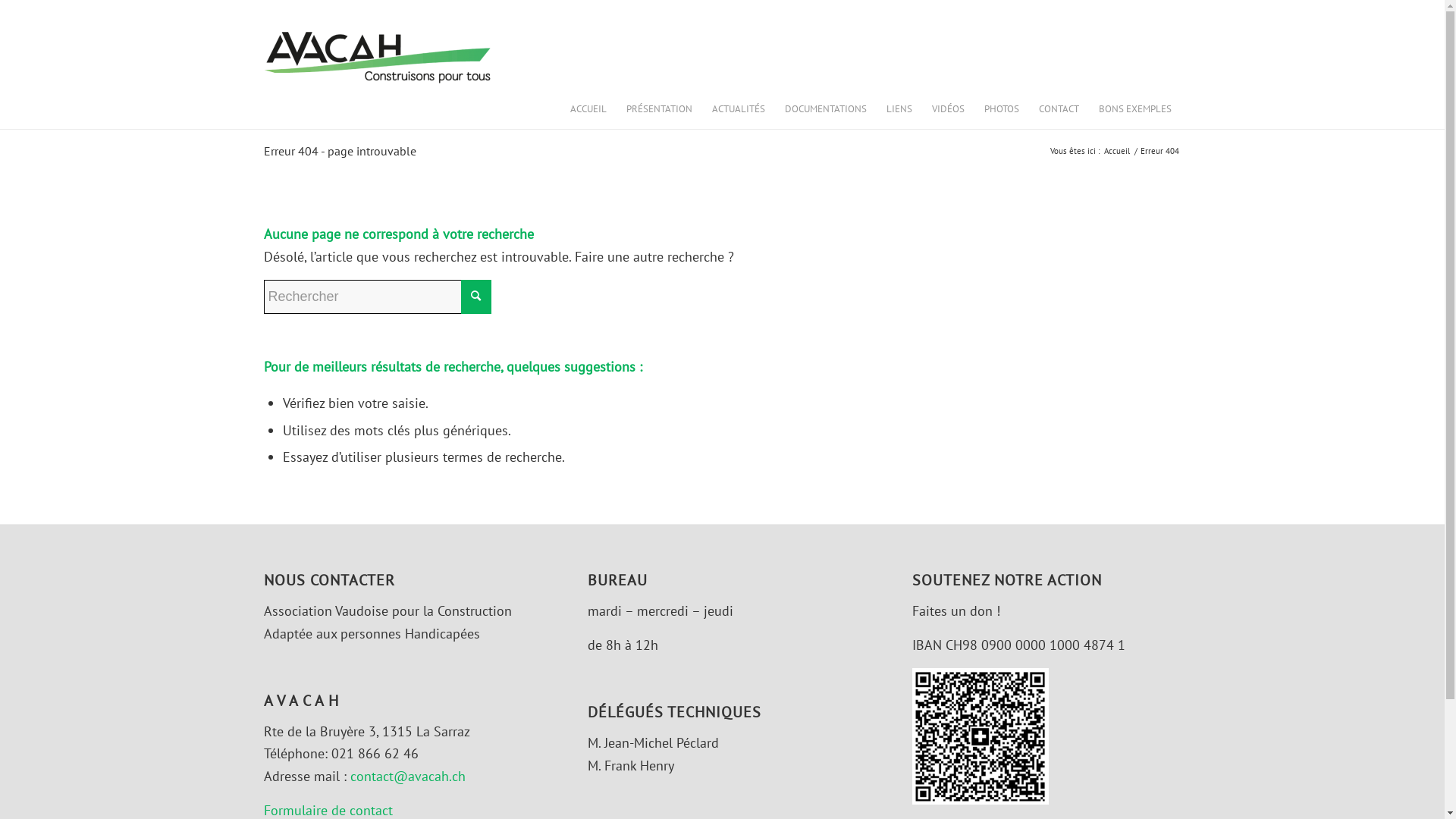  Describe the element at coordinates (899, 108) in the screenshot. I see `'LIENS'` at that location.